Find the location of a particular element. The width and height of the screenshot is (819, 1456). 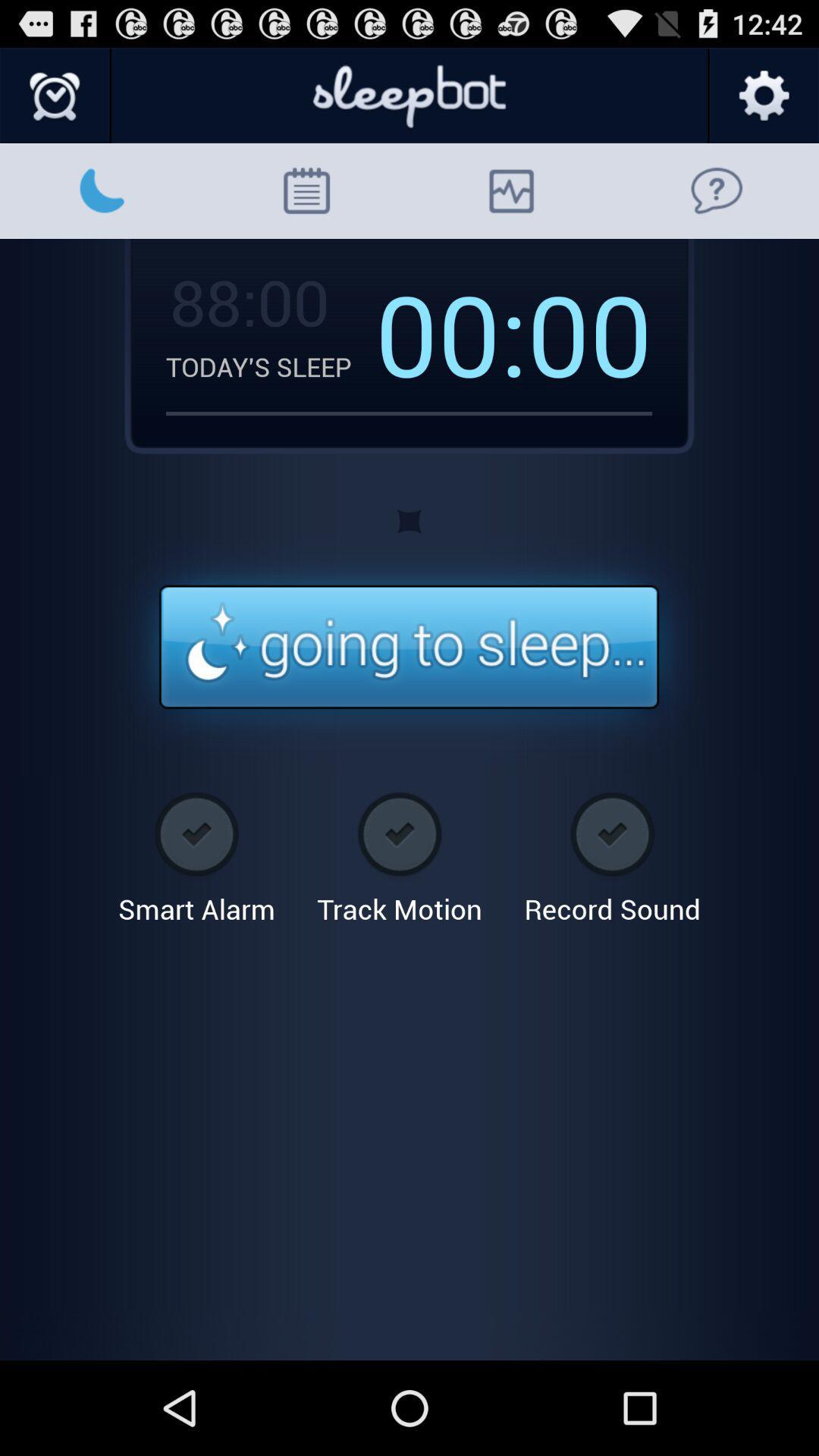

item above smart alarm app is located at coordinates (408, 648).